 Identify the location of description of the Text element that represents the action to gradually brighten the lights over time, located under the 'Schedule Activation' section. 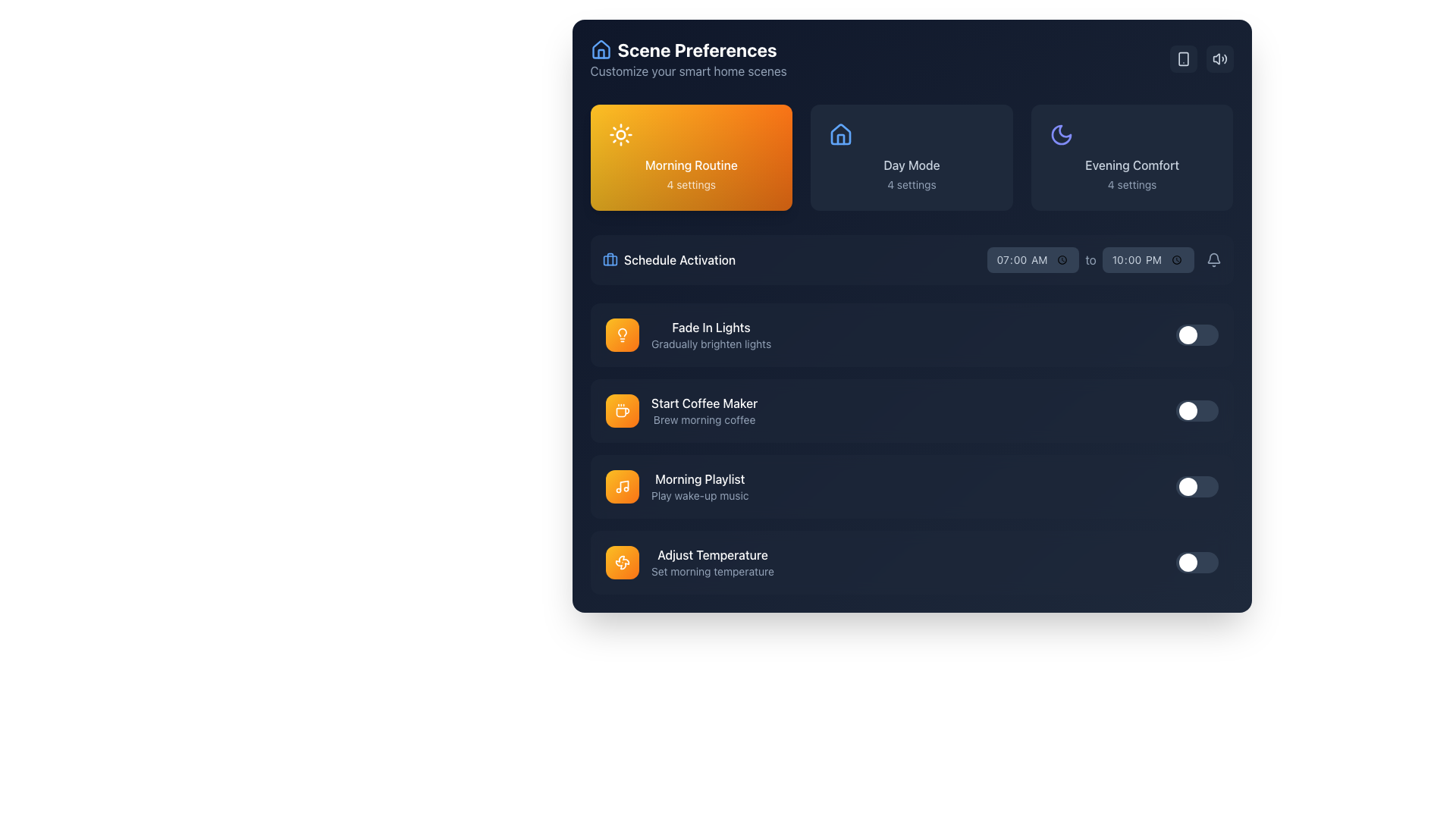
(687, 334).